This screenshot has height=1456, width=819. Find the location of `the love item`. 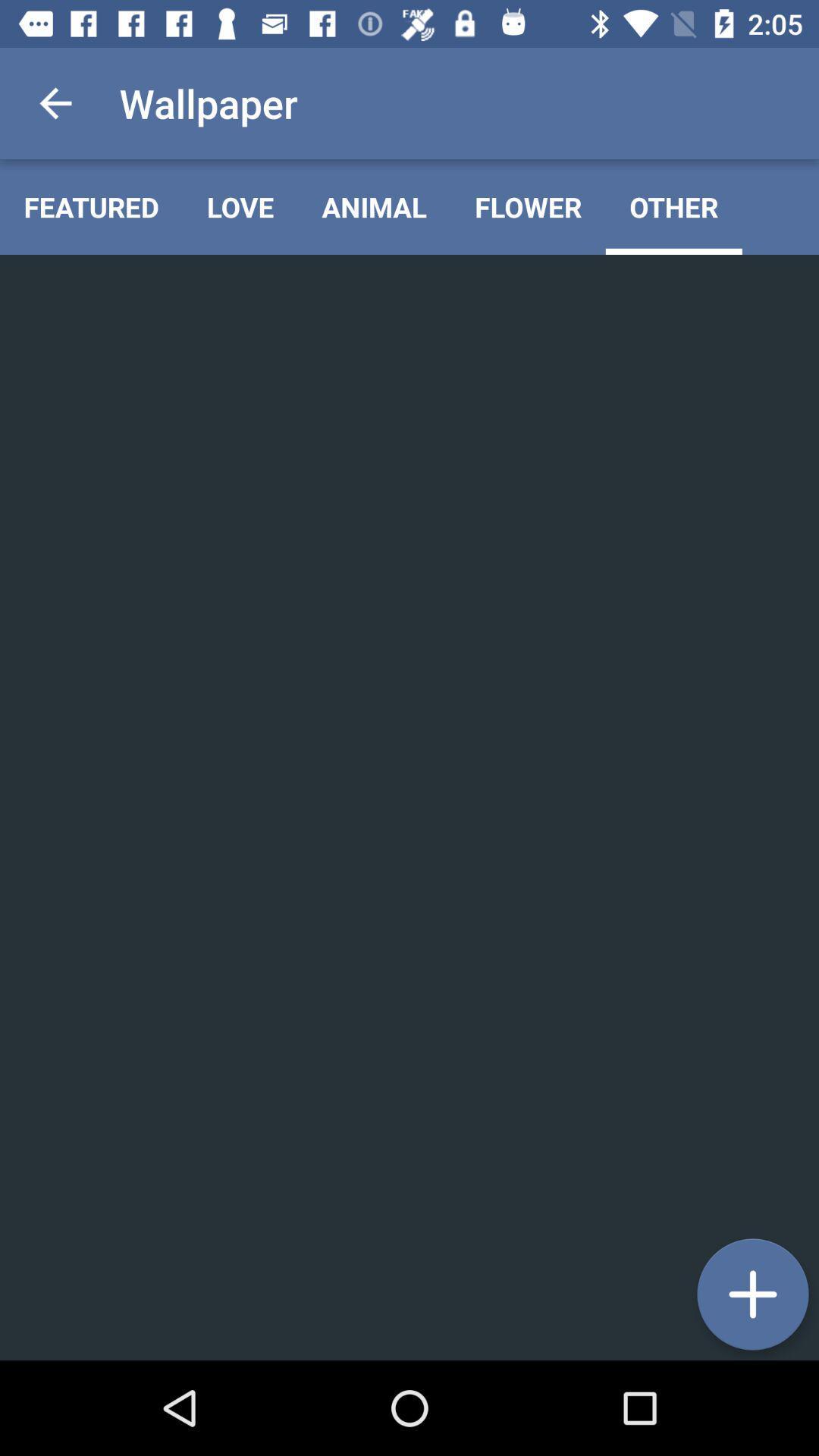

the love item is located at coordinates (240, 206).